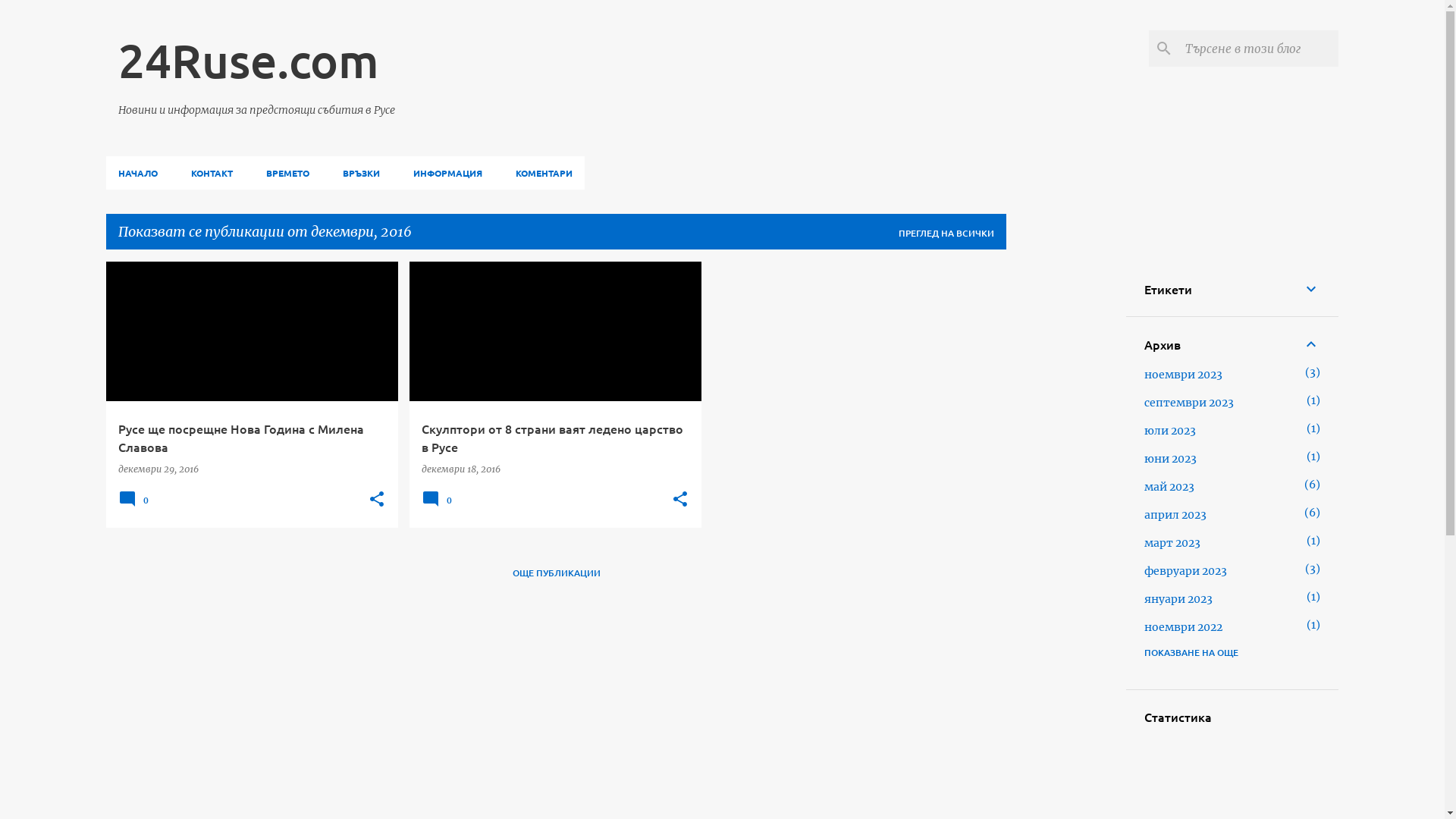 Image resolution: width=1456 pixels, height=819 pixels. What do you see at coordinates (248, 58) in the screenshot?
I see `'24Ruse.com'` at bounding box center [248, 58].